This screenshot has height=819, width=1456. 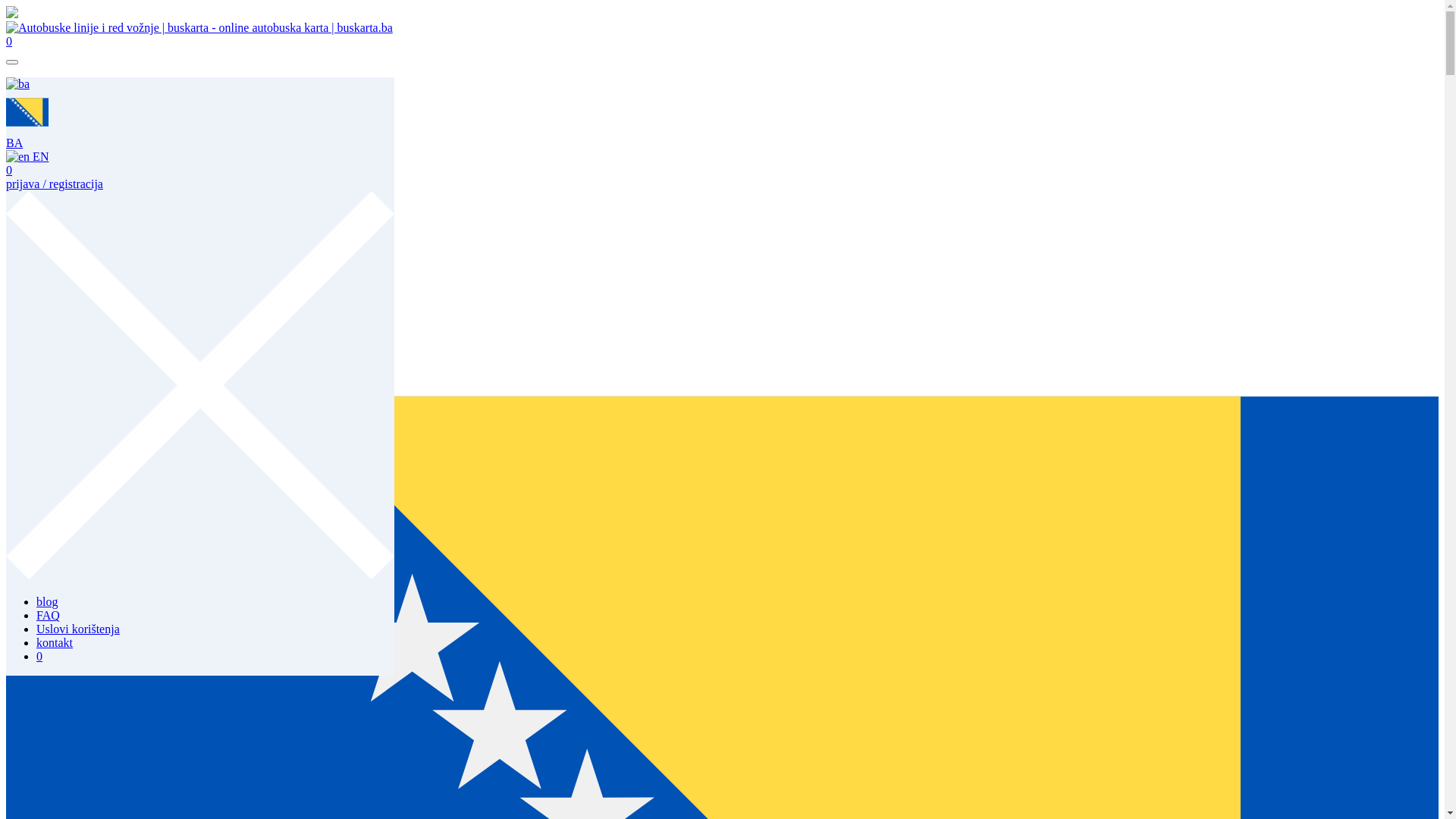 What do you see at coordinates (27, 156) in the screenshot?
I see `'EN'` at bounding box center [27, 156].